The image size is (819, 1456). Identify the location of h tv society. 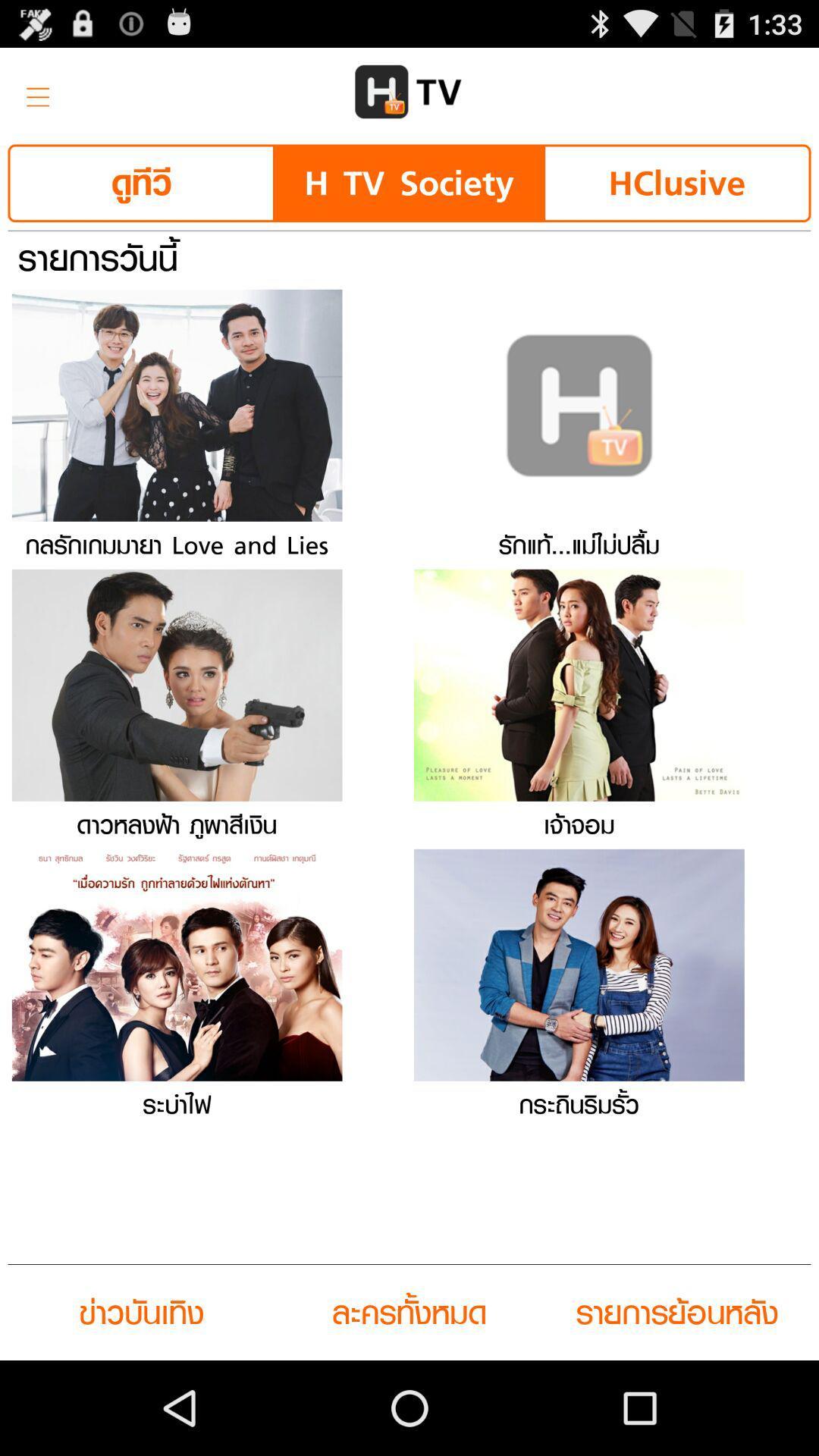
(408, 182).